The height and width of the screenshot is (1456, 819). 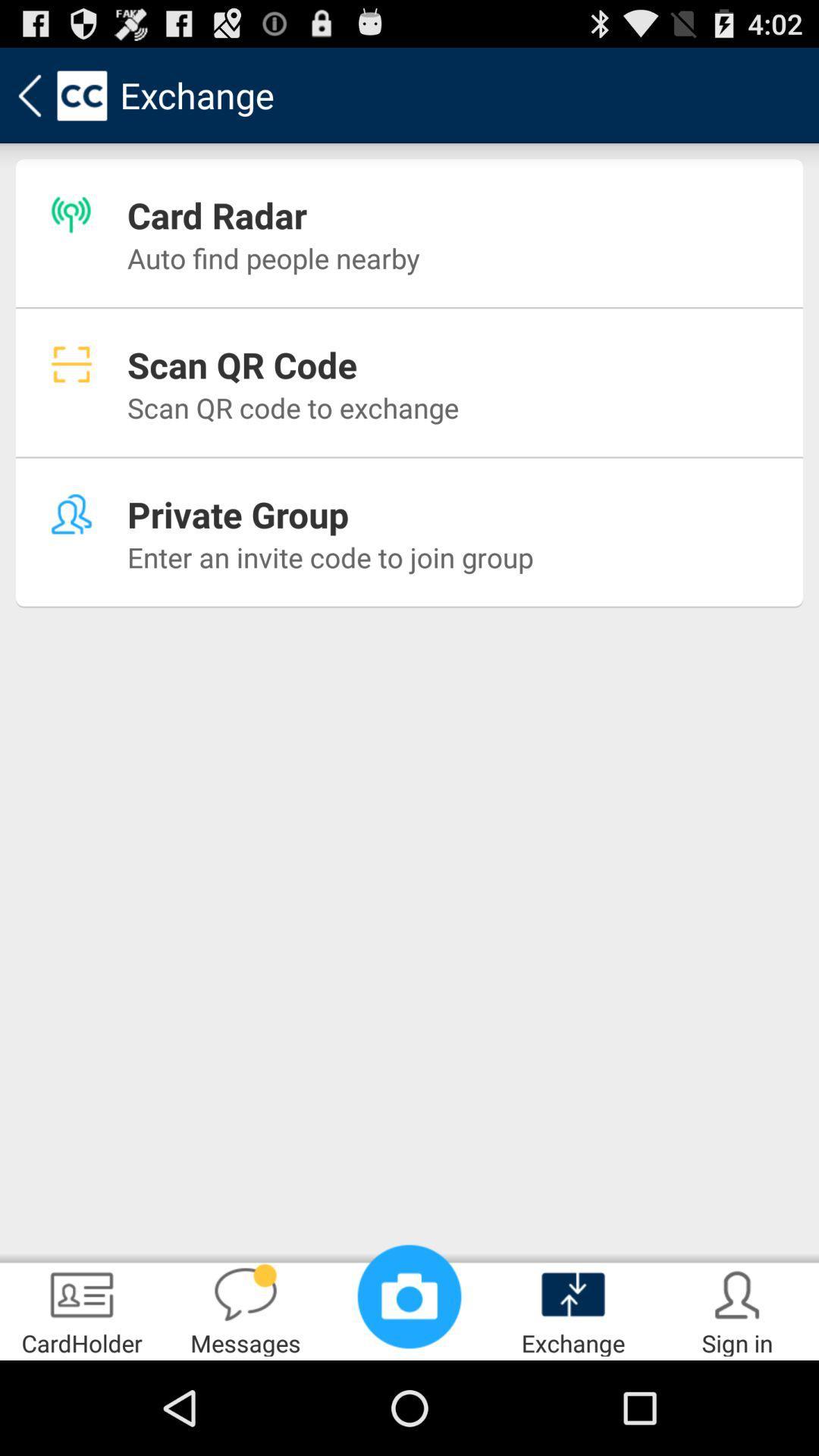 What do you see at coordinates (736, 1309) in the screenshot?
I see `the sign in item` at bounding box center [736, 1309].